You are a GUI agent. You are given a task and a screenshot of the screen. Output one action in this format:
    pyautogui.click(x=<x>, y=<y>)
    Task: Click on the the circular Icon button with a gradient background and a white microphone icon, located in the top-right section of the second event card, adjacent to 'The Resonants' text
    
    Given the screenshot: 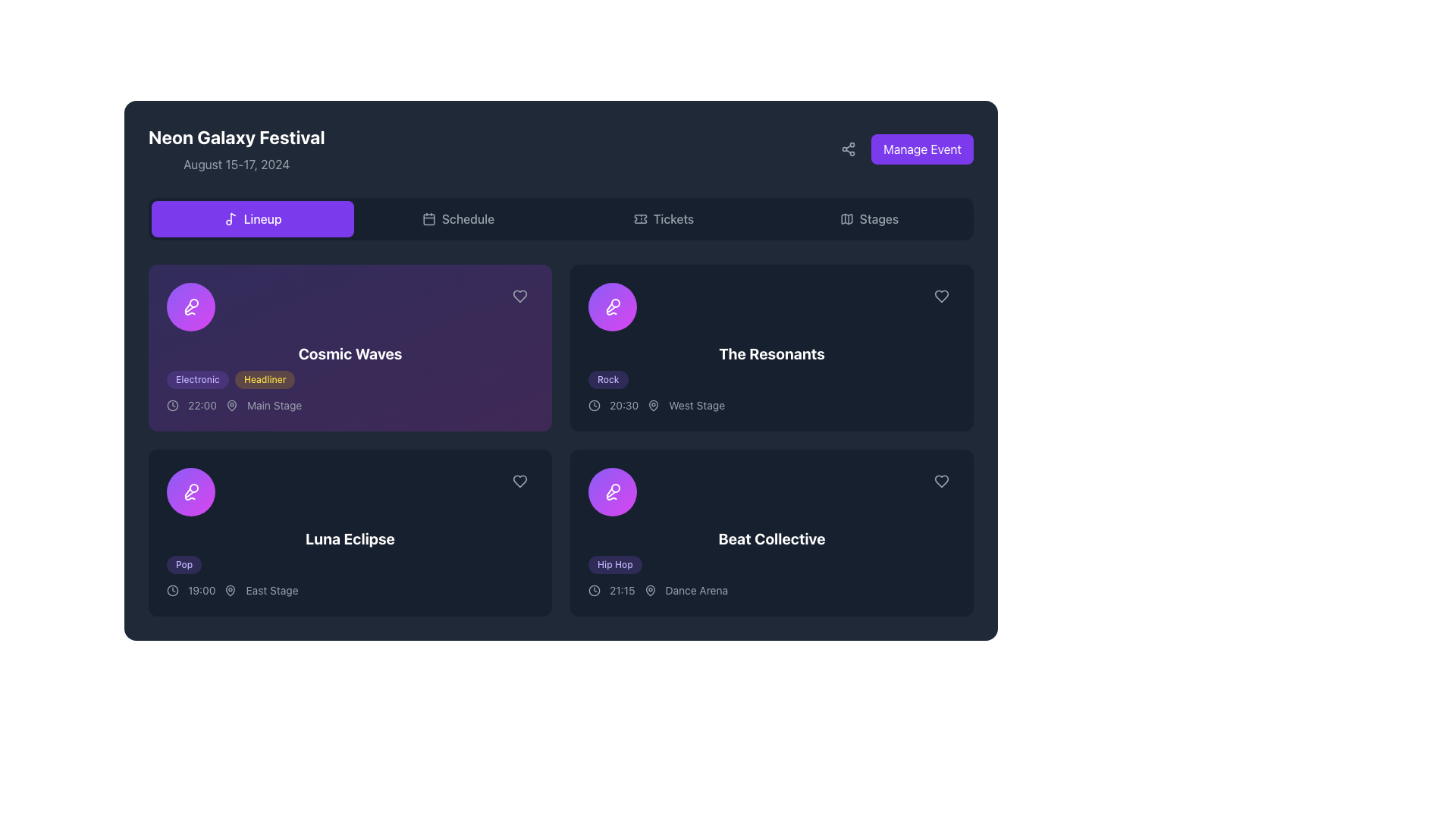 What is the action you would take?
    pyautogui.click(x=612, y=307)
    